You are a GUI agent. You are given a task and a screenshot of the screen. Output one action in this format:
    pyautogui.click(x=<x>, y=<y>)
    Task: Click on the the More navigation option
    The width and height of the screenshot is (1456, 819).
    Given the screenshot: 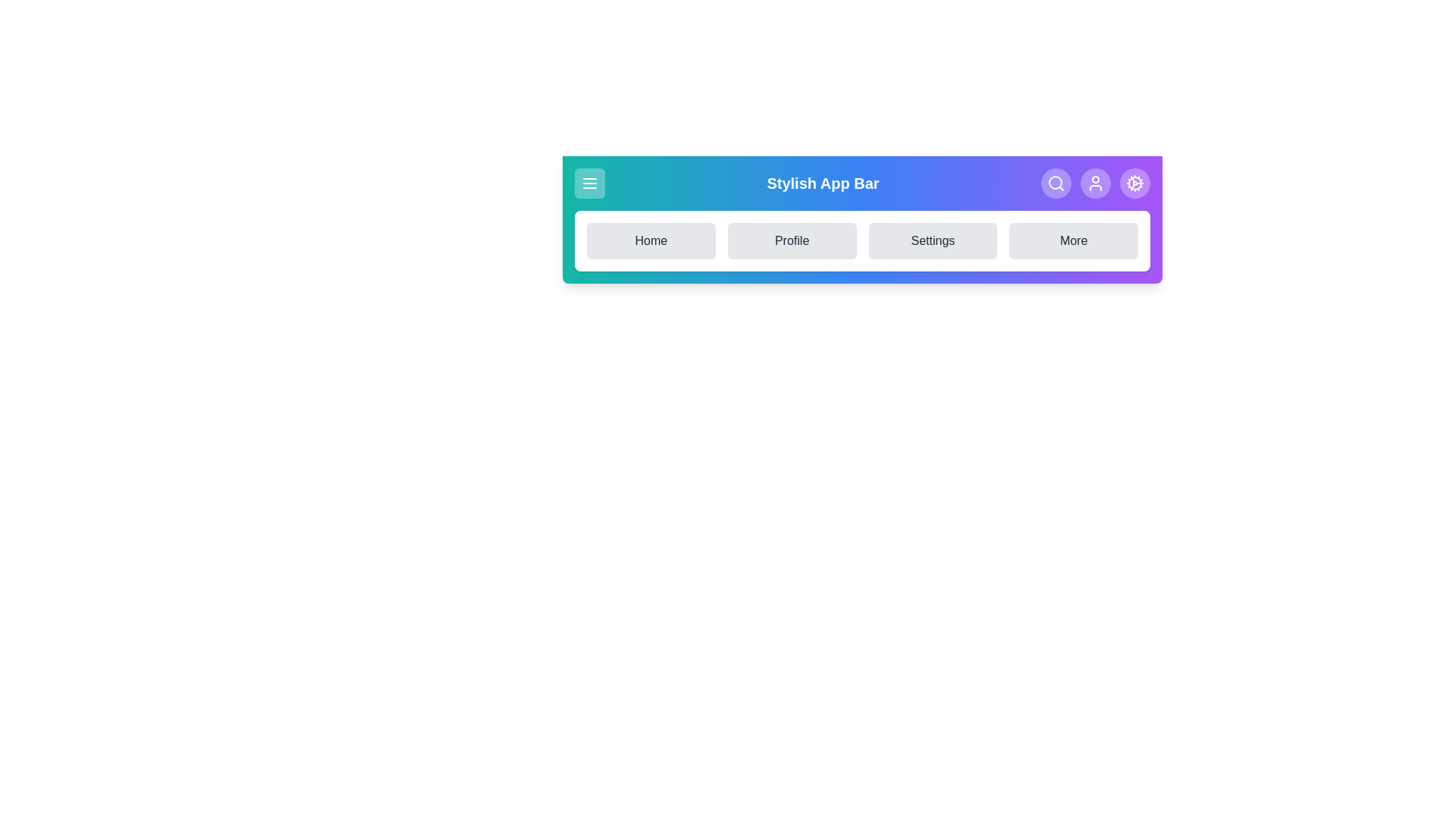 What is the action you would take?
    pyautogui.click(x=1073, y=240)
    